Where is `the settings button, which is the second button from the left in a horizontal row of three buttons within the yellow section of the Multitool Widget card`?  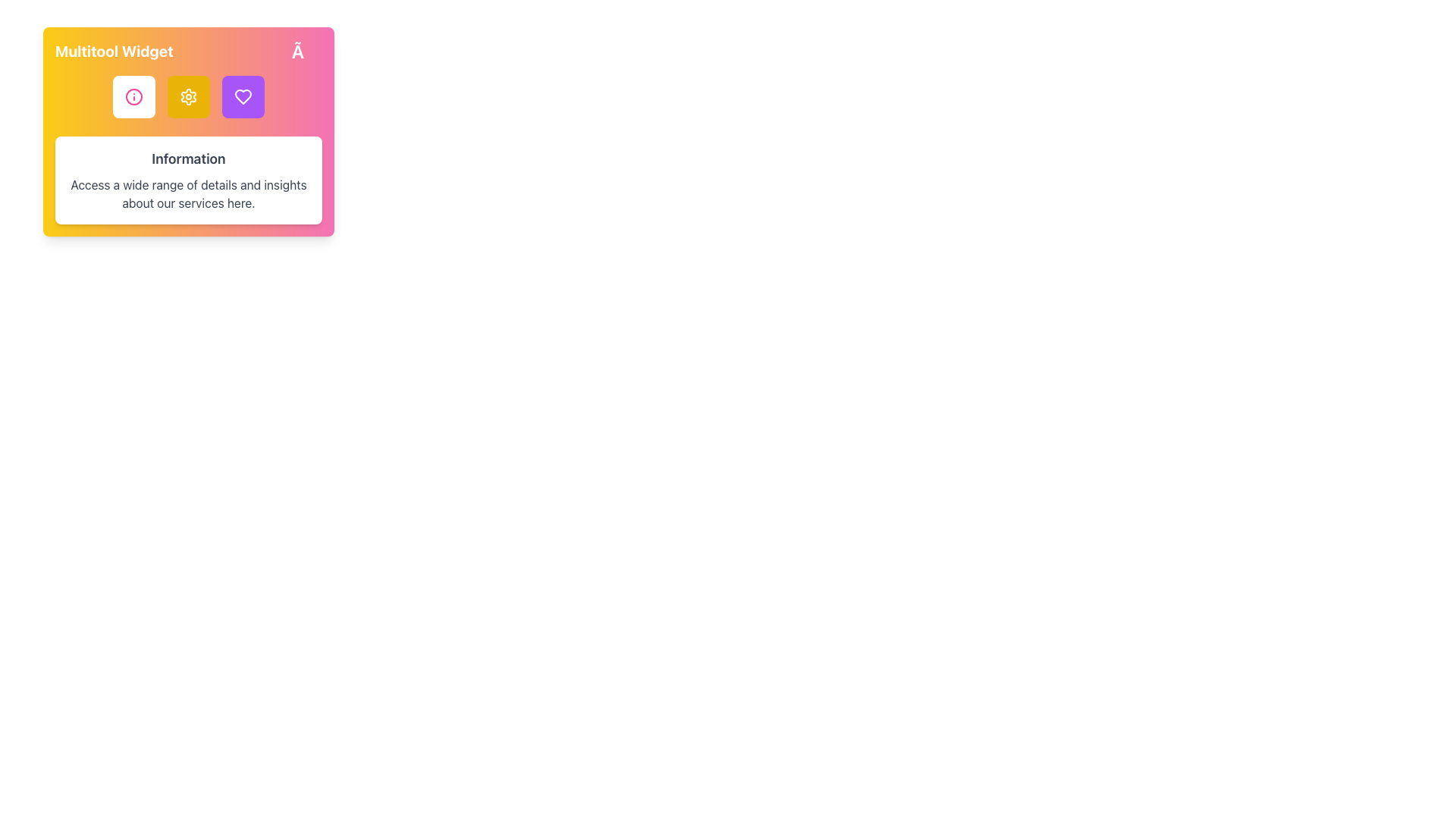
the settings button, which is the second button from the left in a horizontal row of three buttons within the yellow section of the Multitool Widget card is located at coordinates (188, 96).